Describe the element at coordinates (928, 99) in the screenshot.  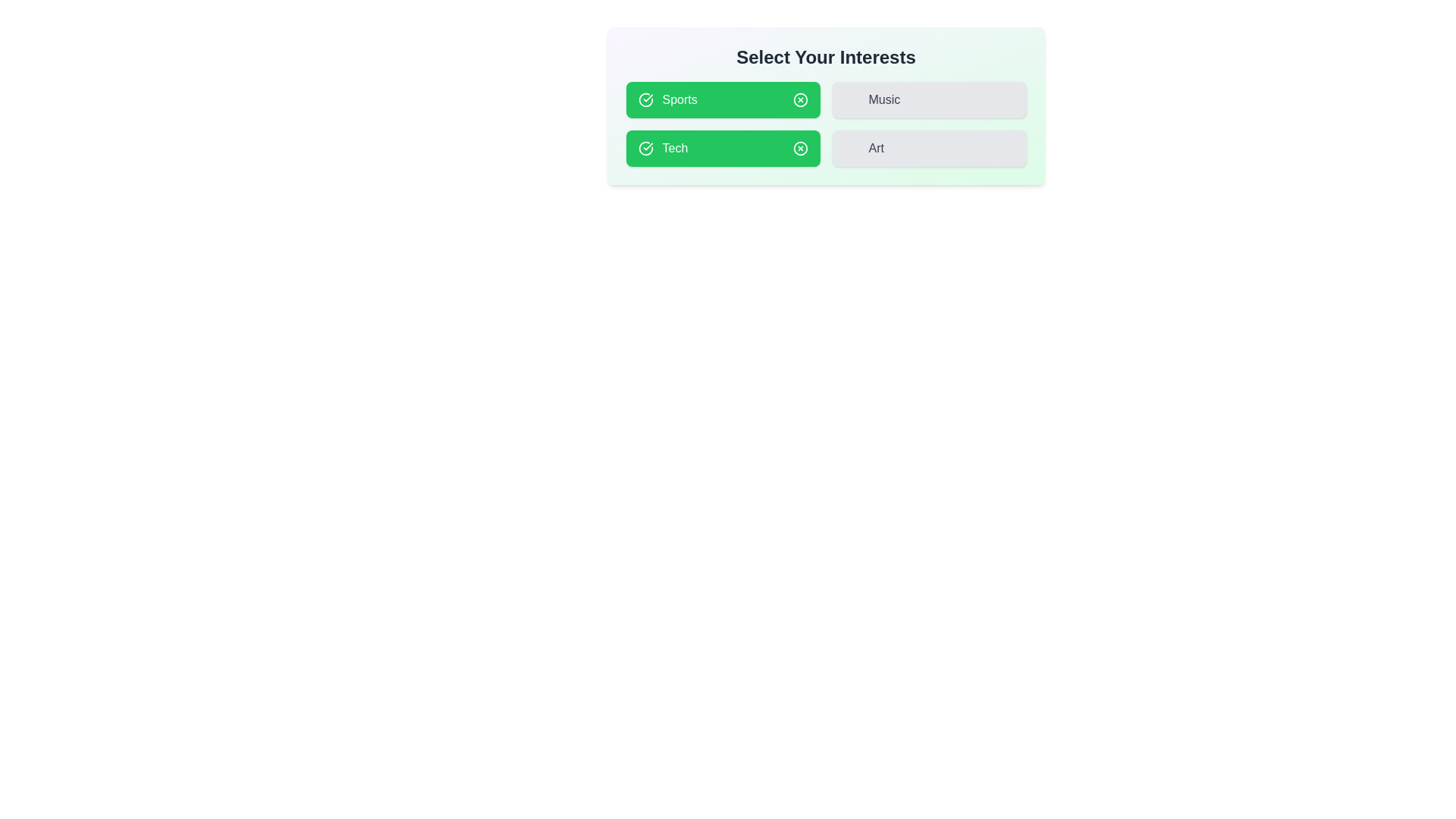
I see `the button corresponding to the interest Music to toggle its selection state` at that location.